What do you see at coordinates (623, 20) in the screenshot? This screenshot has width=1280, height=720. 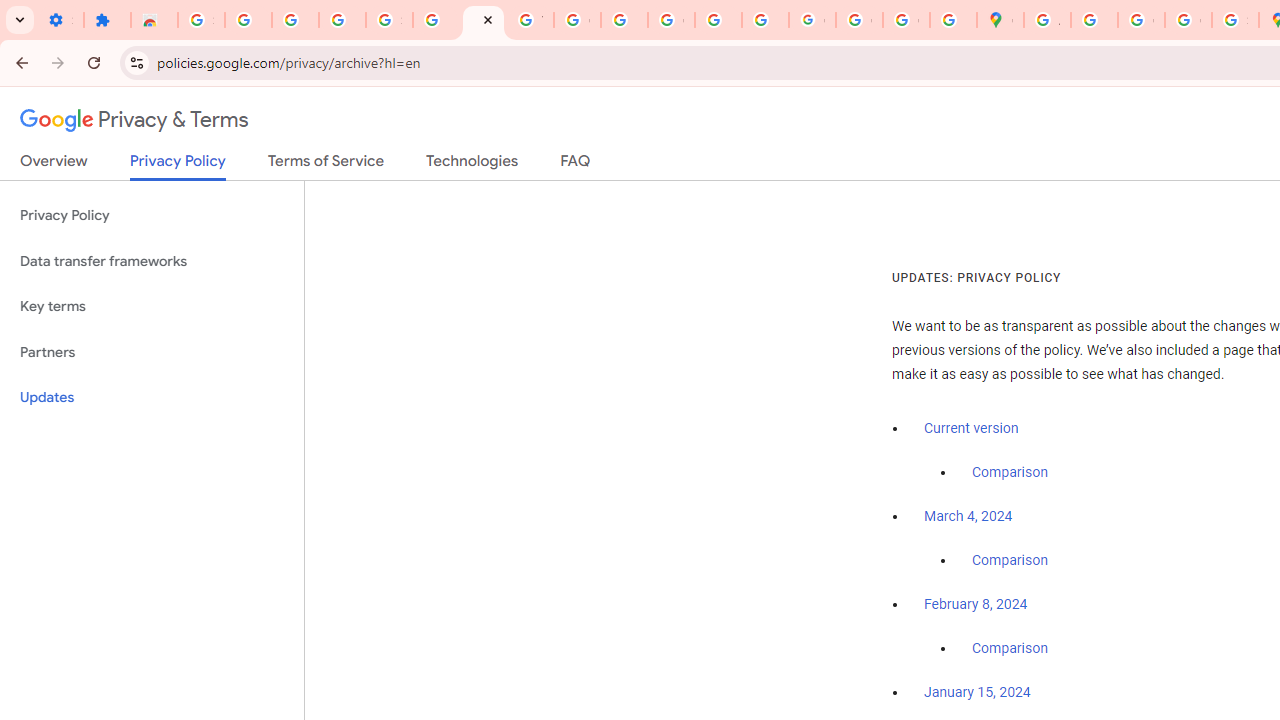 I see `'https://scholar.google.com/'` at bounding box center [623, 20].